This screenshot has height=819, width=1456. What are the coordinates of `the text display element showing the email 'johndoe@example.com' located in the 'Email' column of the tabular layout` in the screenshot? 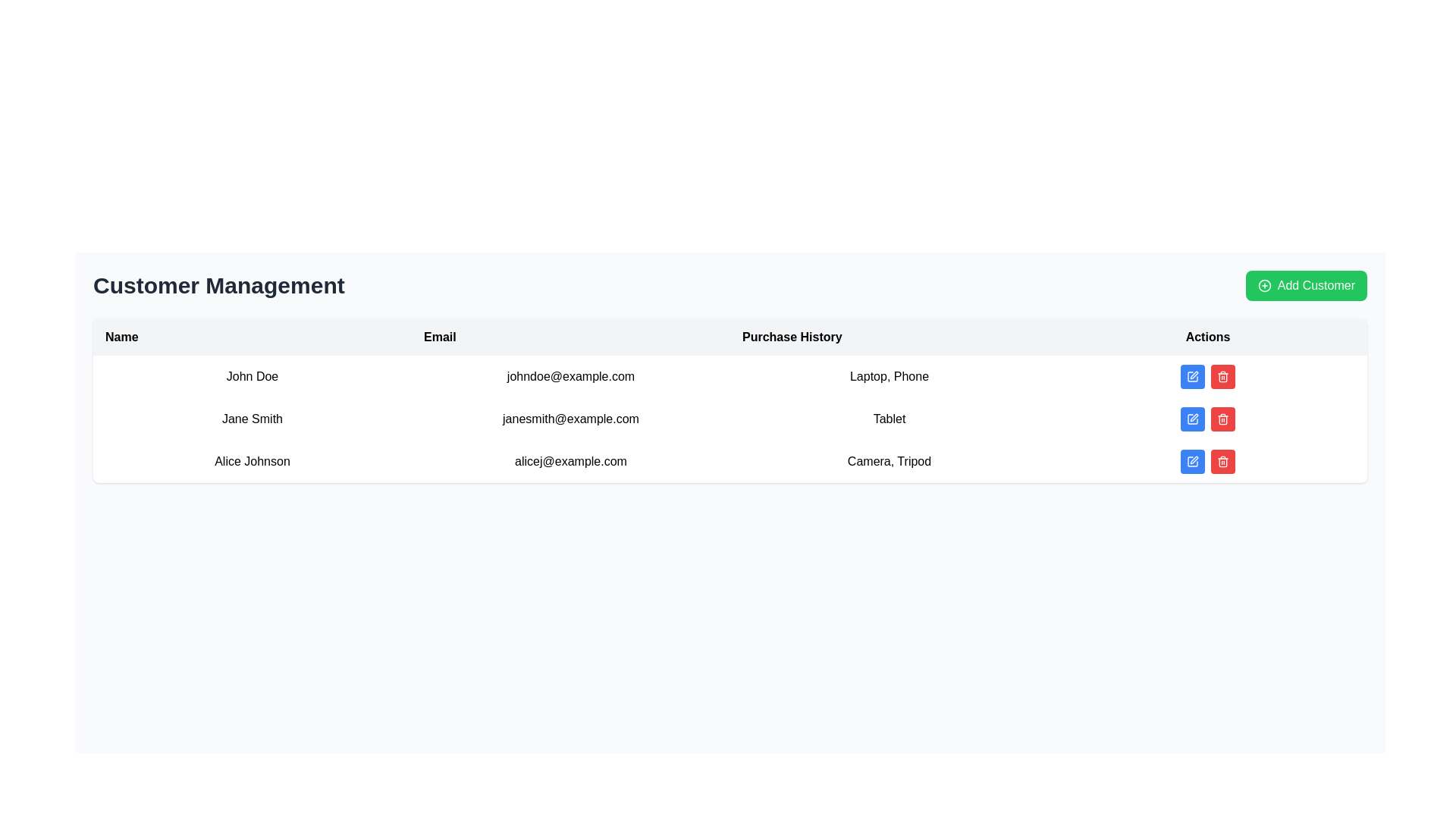 It's located at (570, 376).